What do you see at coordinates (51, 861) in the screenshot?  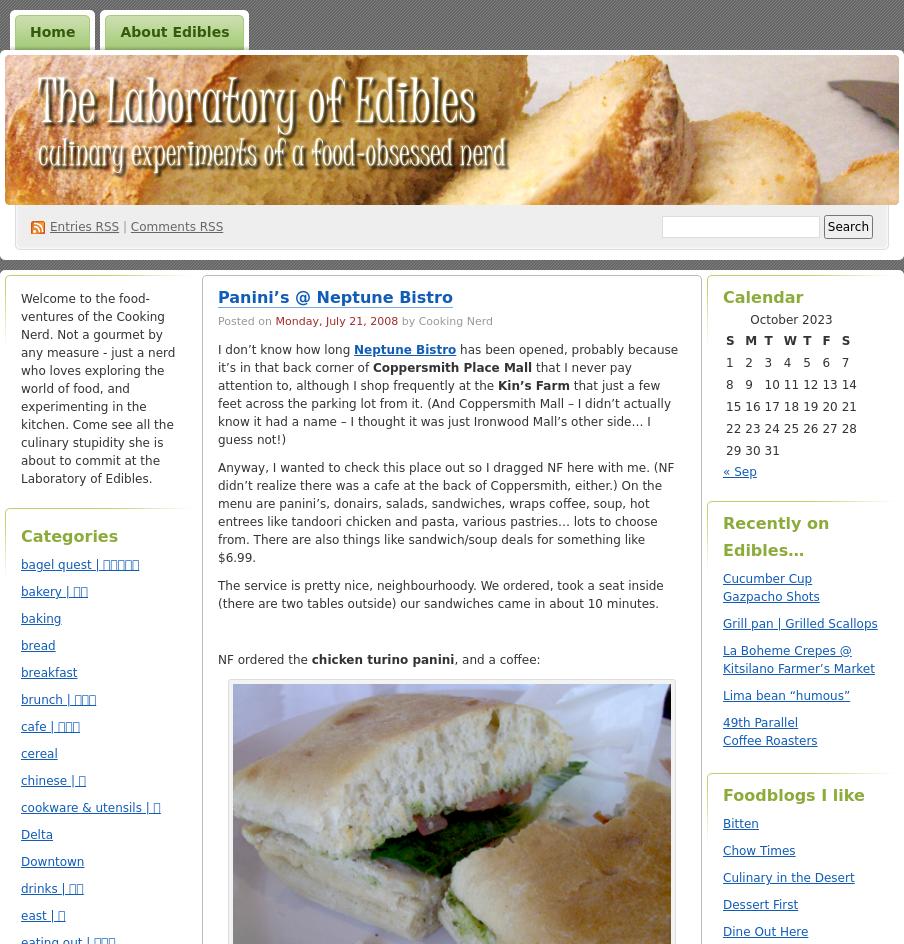 I see `'Downtown'` at bounding box center [51, 861].